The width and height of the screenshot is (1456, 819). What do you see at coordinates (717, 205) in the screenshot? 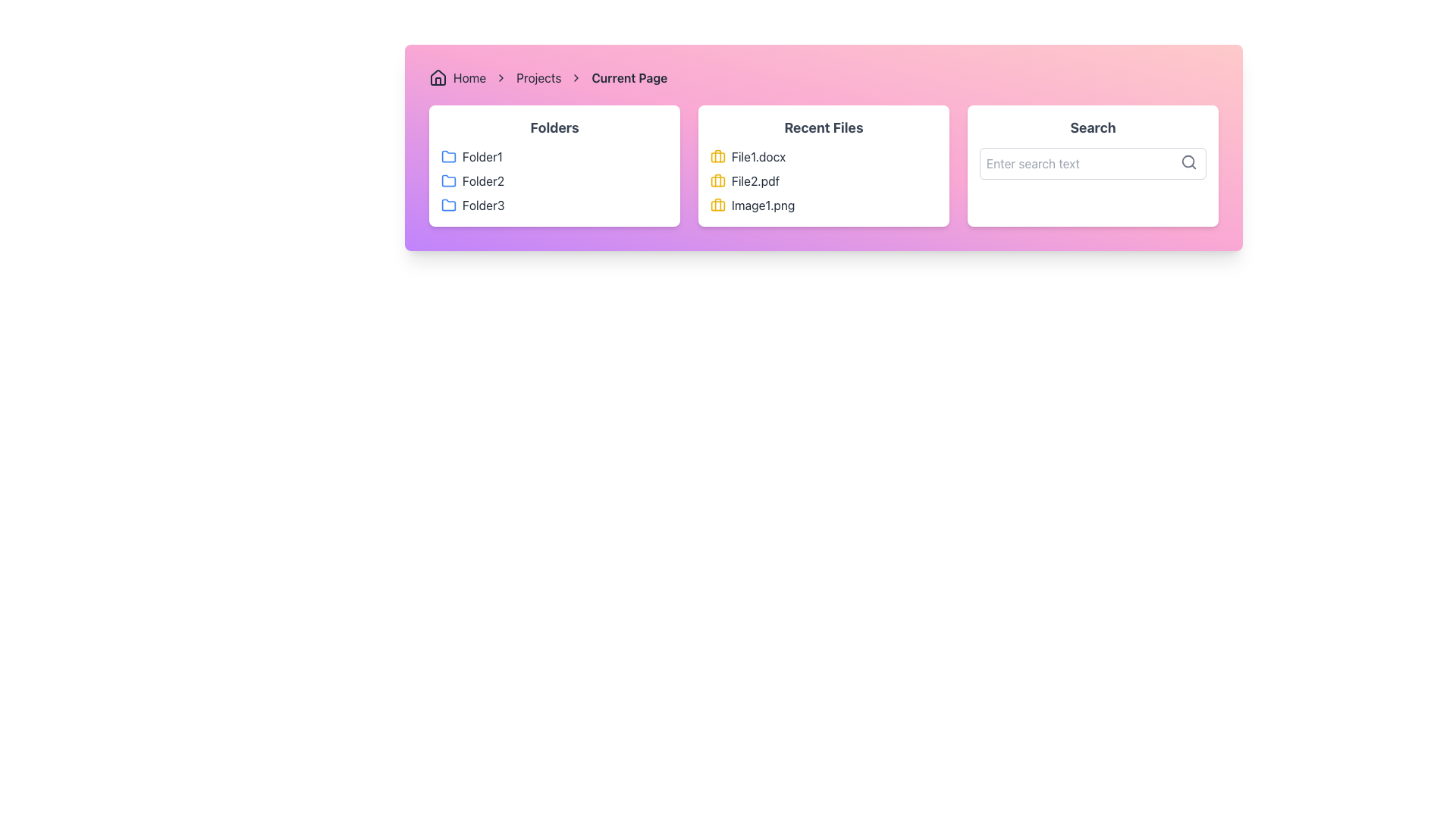
I see `the yellow briefcase-like icon located to the left of the text 'Image1.png' in the 'Recent Files' section on the third card from the left` at bounding box center [717, 205].